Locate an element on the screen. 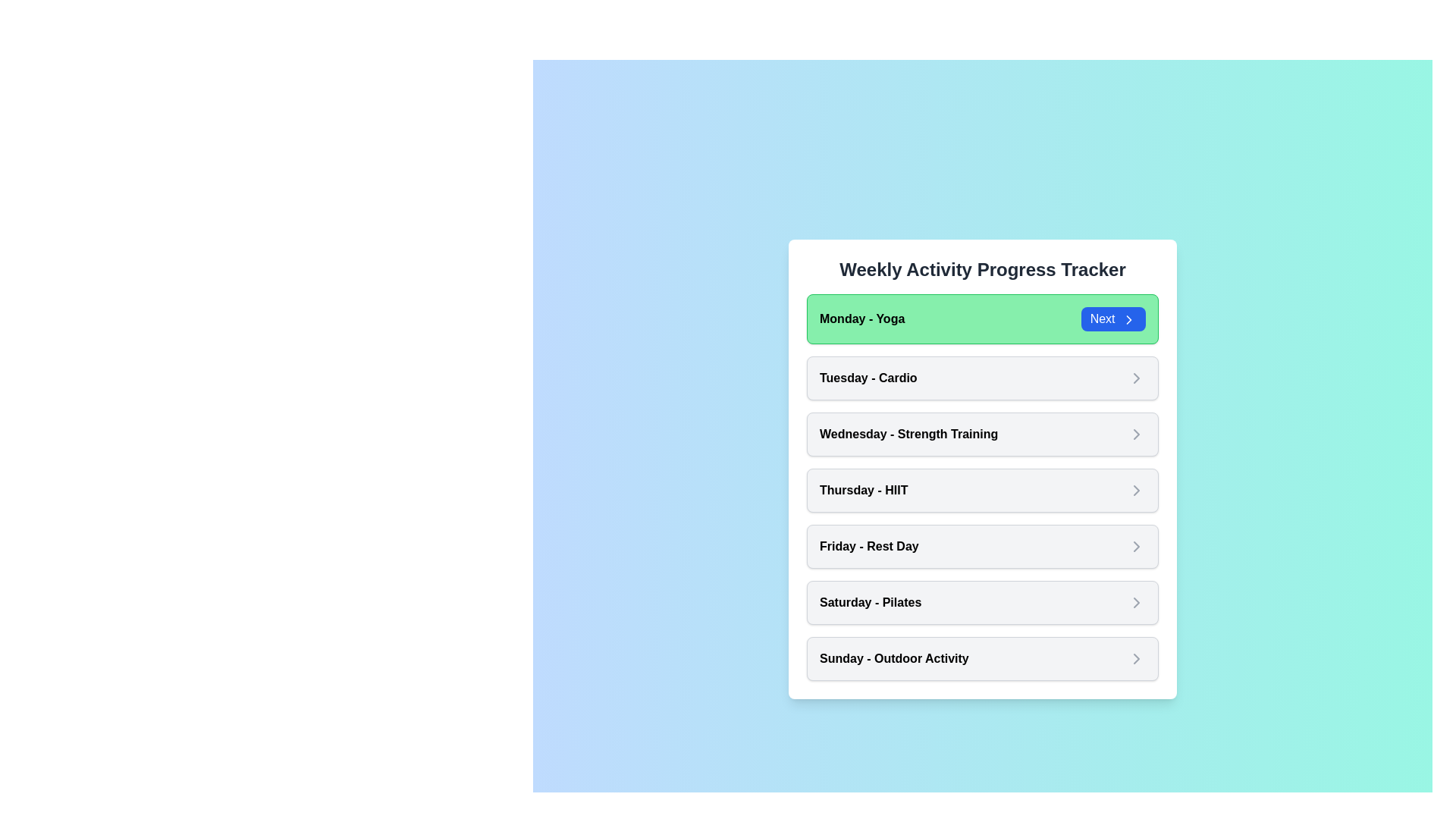  the right-pointing chevron icon associated with the 'Tuesday - Cardio' item is located at coordinates (1136, 435).